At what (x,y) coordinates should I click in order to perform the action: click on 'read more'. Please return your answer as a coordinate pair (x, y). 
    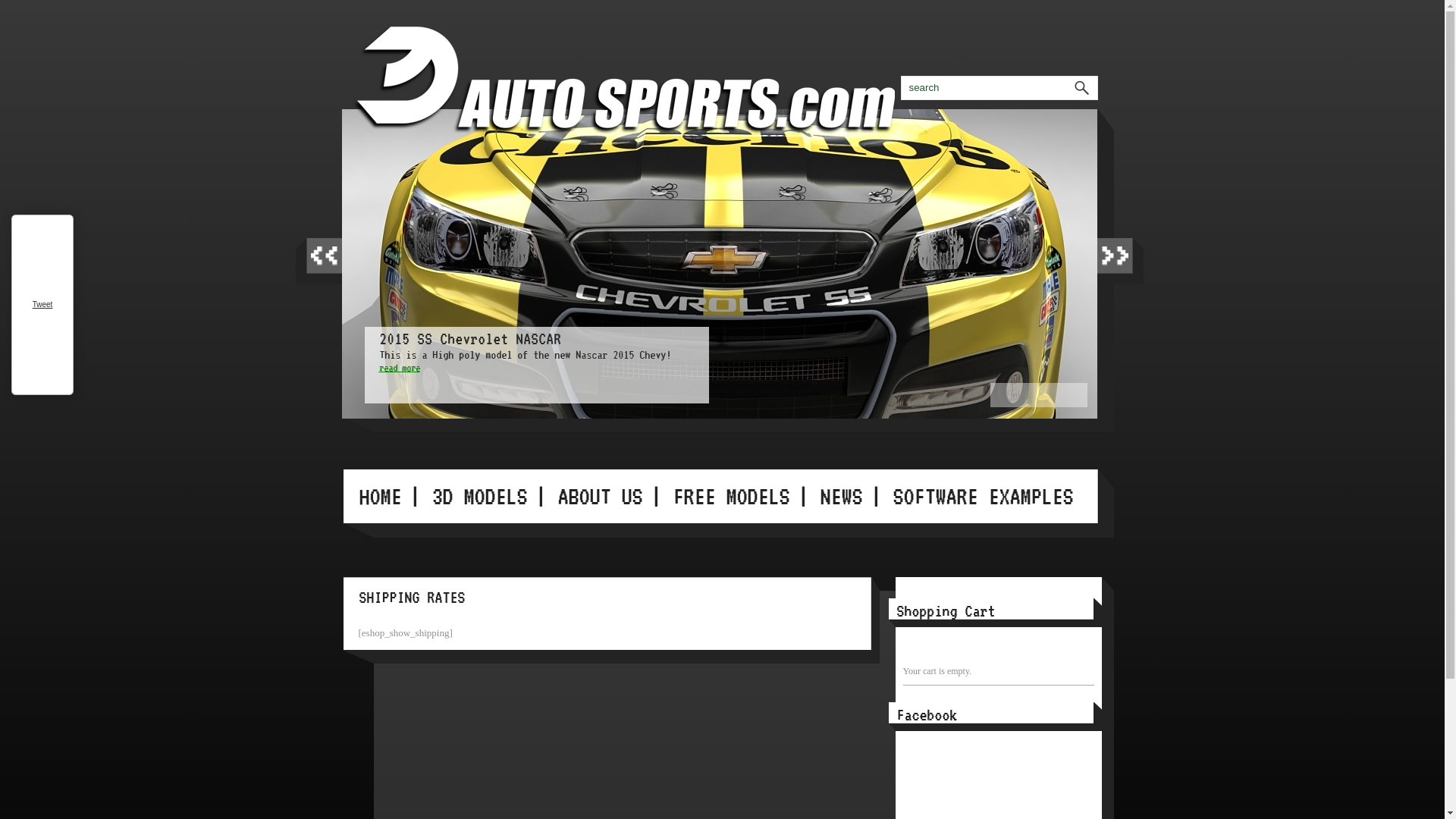
    Looking at the image, I should click on (400, 367).